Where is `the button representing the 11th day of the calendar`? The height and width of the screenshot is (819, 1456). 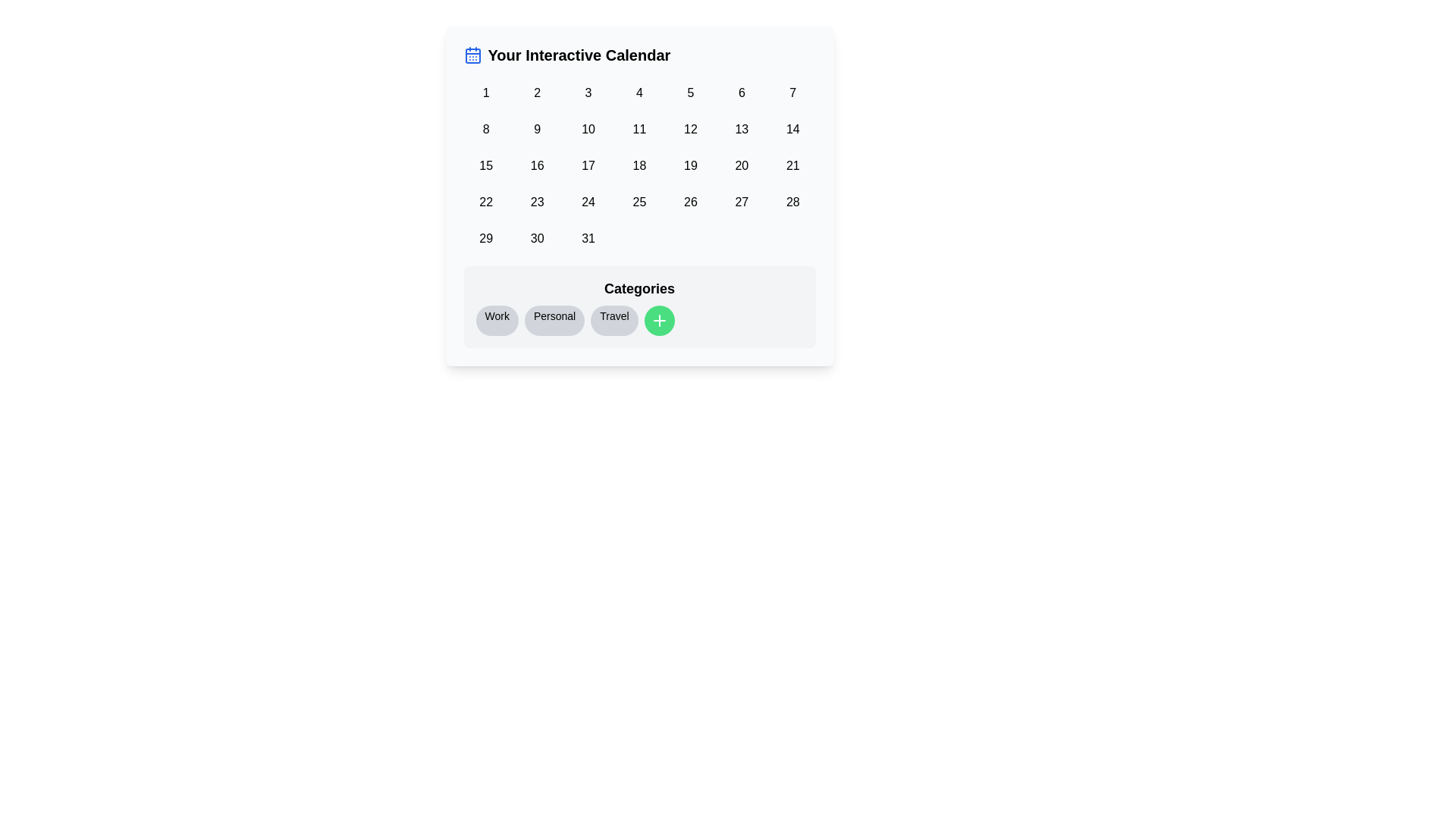
the button representing the 11th day of the calendar is located at coordinates (639, 128).